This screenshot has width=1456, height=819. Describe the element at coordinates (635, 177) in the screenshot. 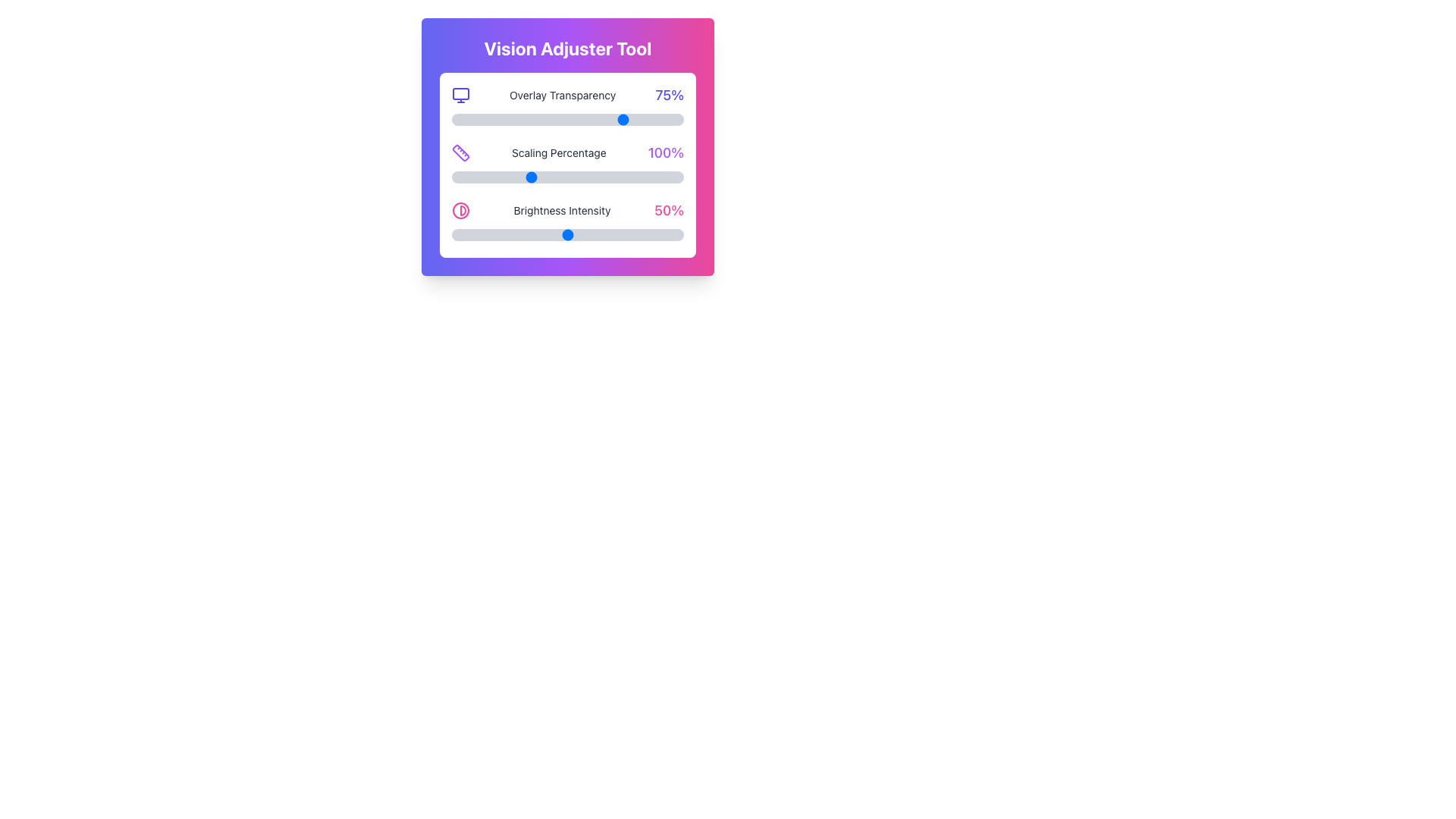

I see `the scaling percentage` at that location.